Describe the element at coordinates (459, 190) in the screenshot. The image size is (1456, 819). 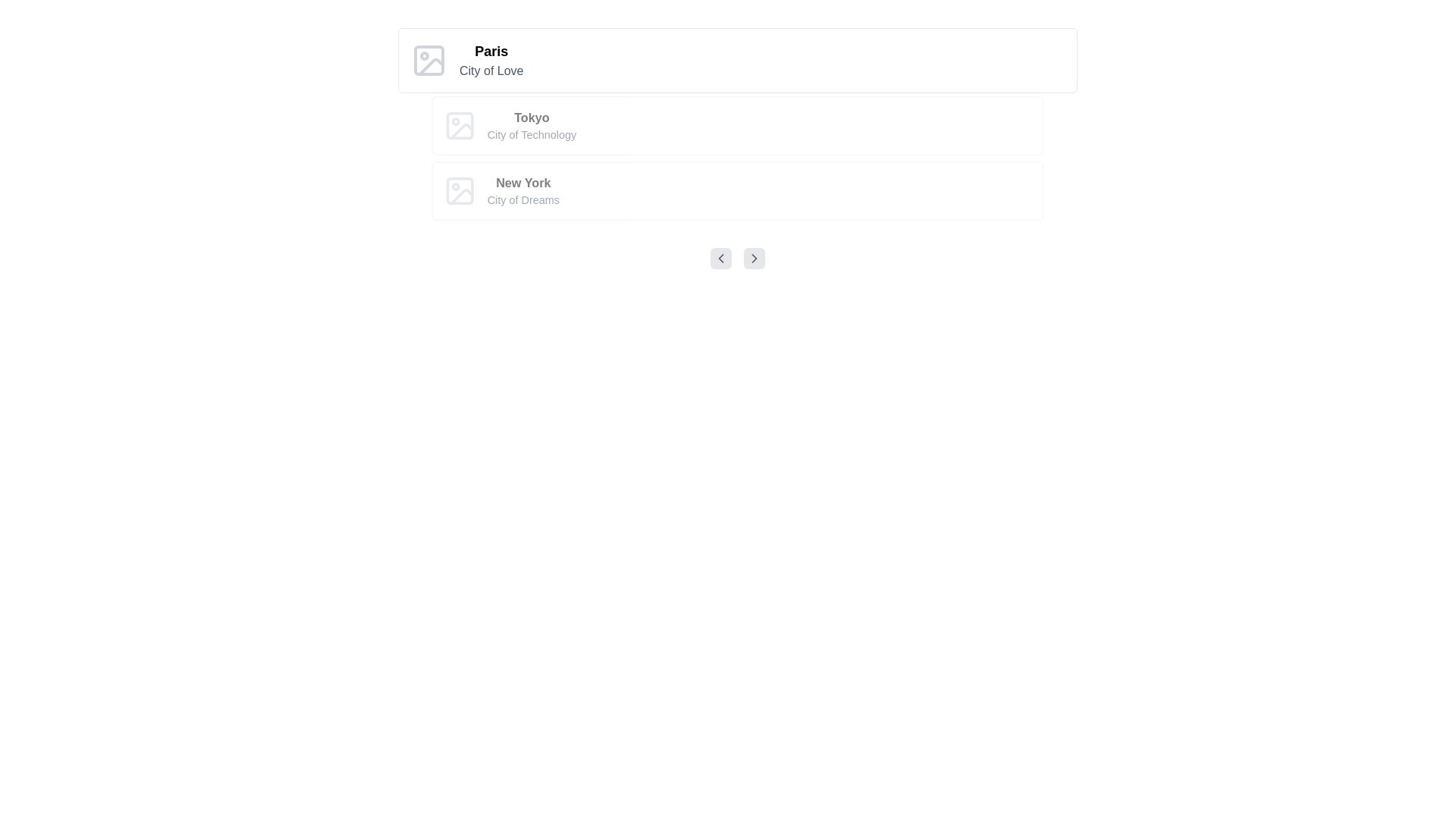
I see `the Decorative placeholder located in the top-left area of the 'New York - City of Dreams' section, which resembles an image placeholder` at that location.